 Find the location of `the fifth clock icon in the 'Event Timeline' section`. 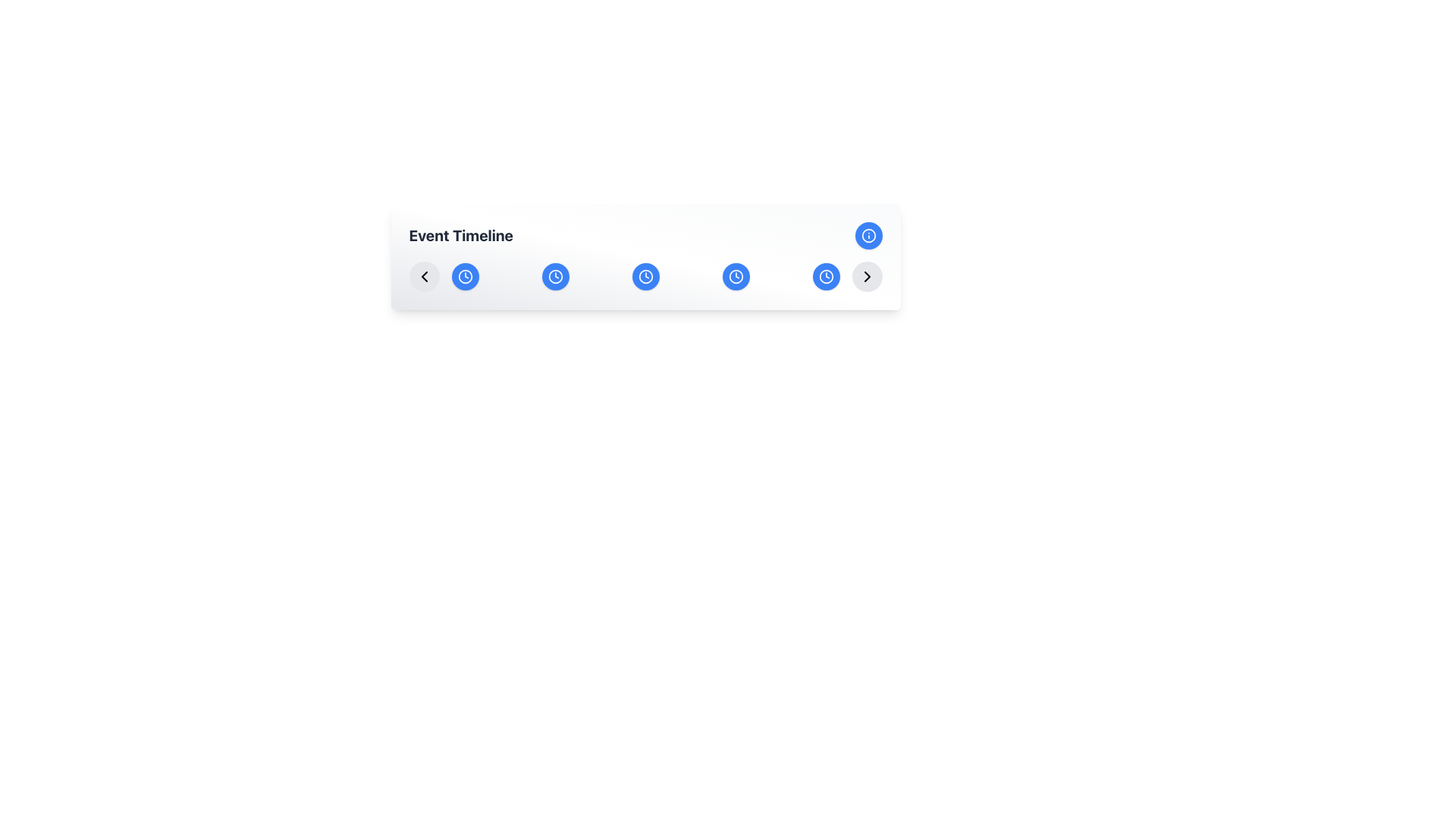

the fifth clock icon in the 'Event Timeline' section is located at coordinates (645, 277).